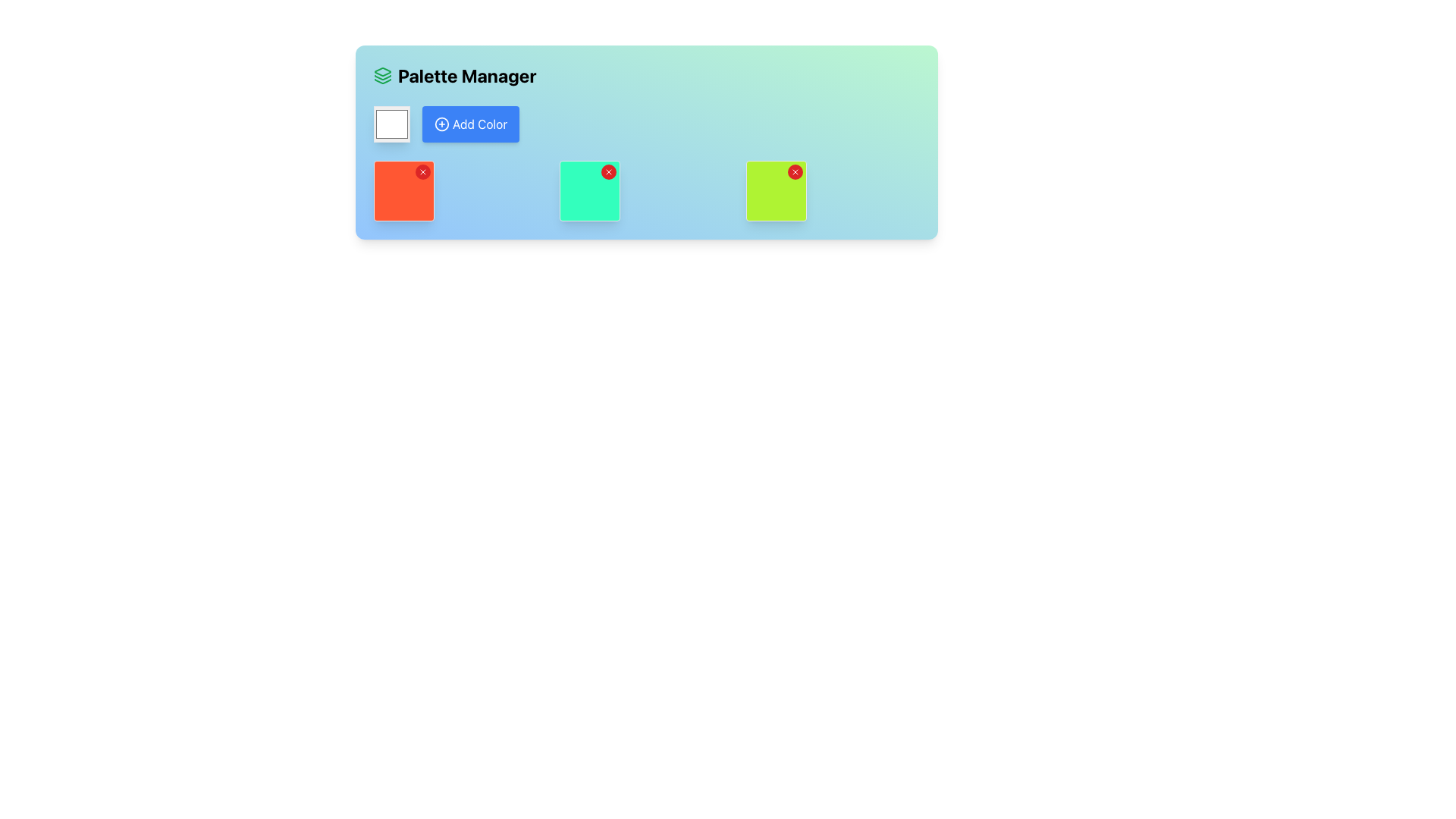  Describe the element at coordinates (609, 171) in the screenshot. I see `the small red circular button with a white 'X' icon located at the top-right corner of the green square card` at that location.